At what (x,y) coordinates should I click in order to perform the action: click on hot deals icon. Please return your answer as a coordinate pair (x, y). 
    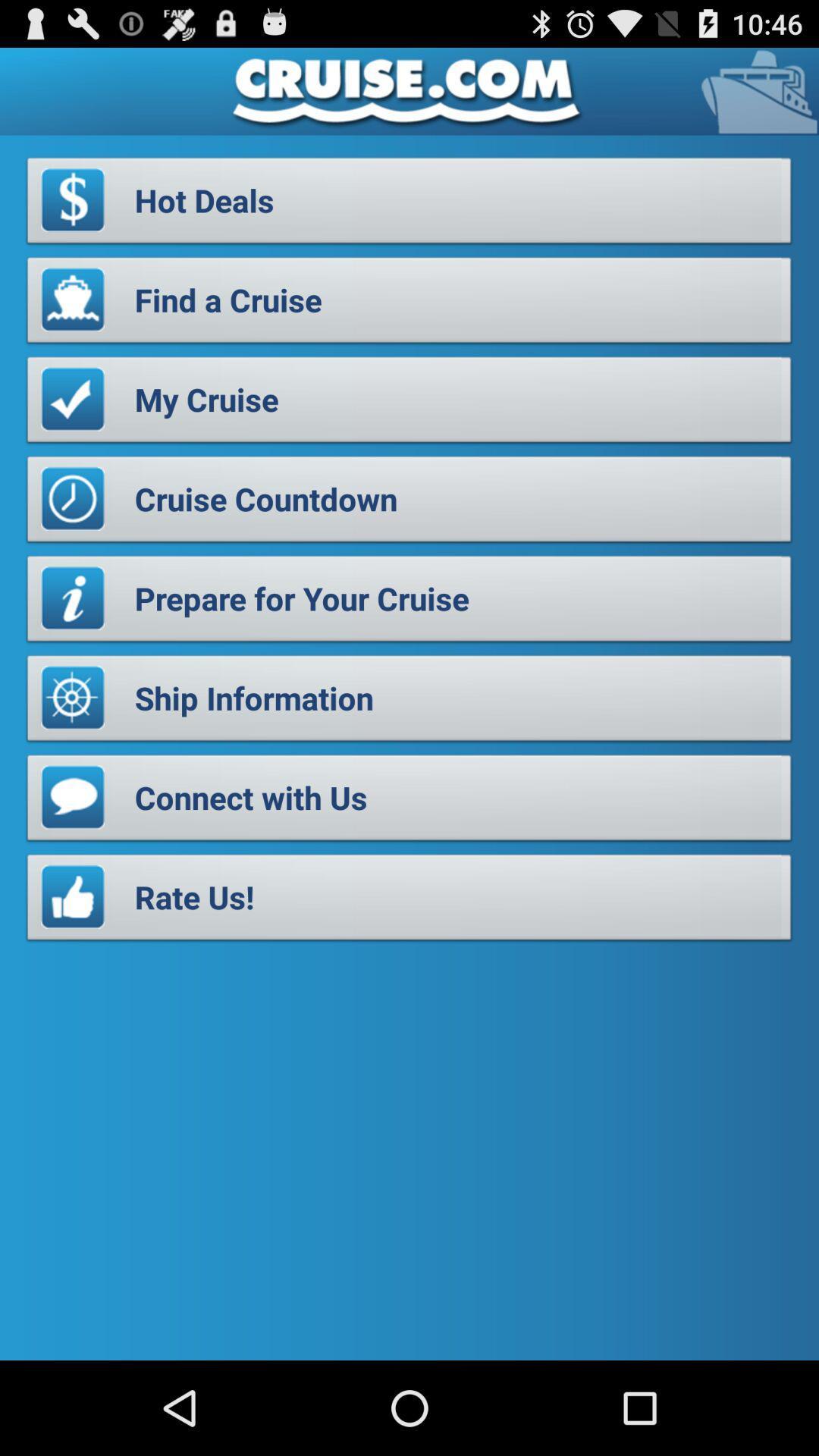
    Looking at the image, I should click on (409, 204).